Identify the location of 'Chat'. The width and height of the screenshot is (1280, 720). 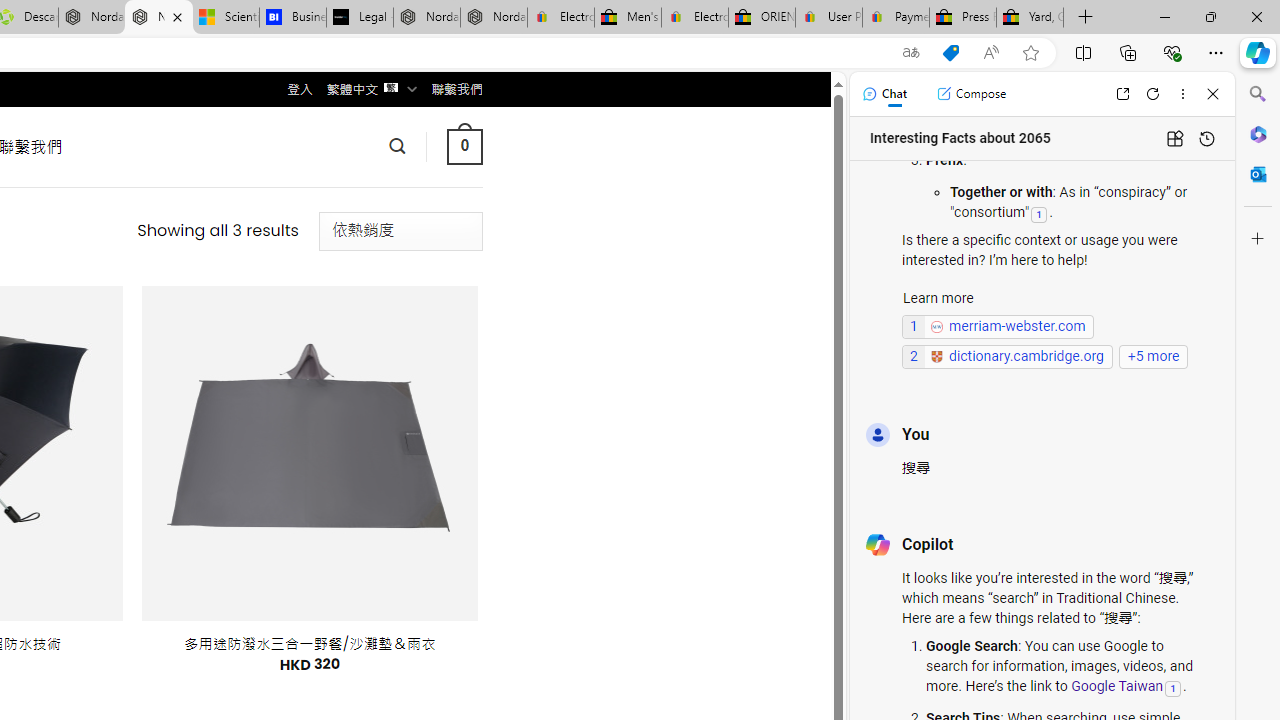
(883, 93).